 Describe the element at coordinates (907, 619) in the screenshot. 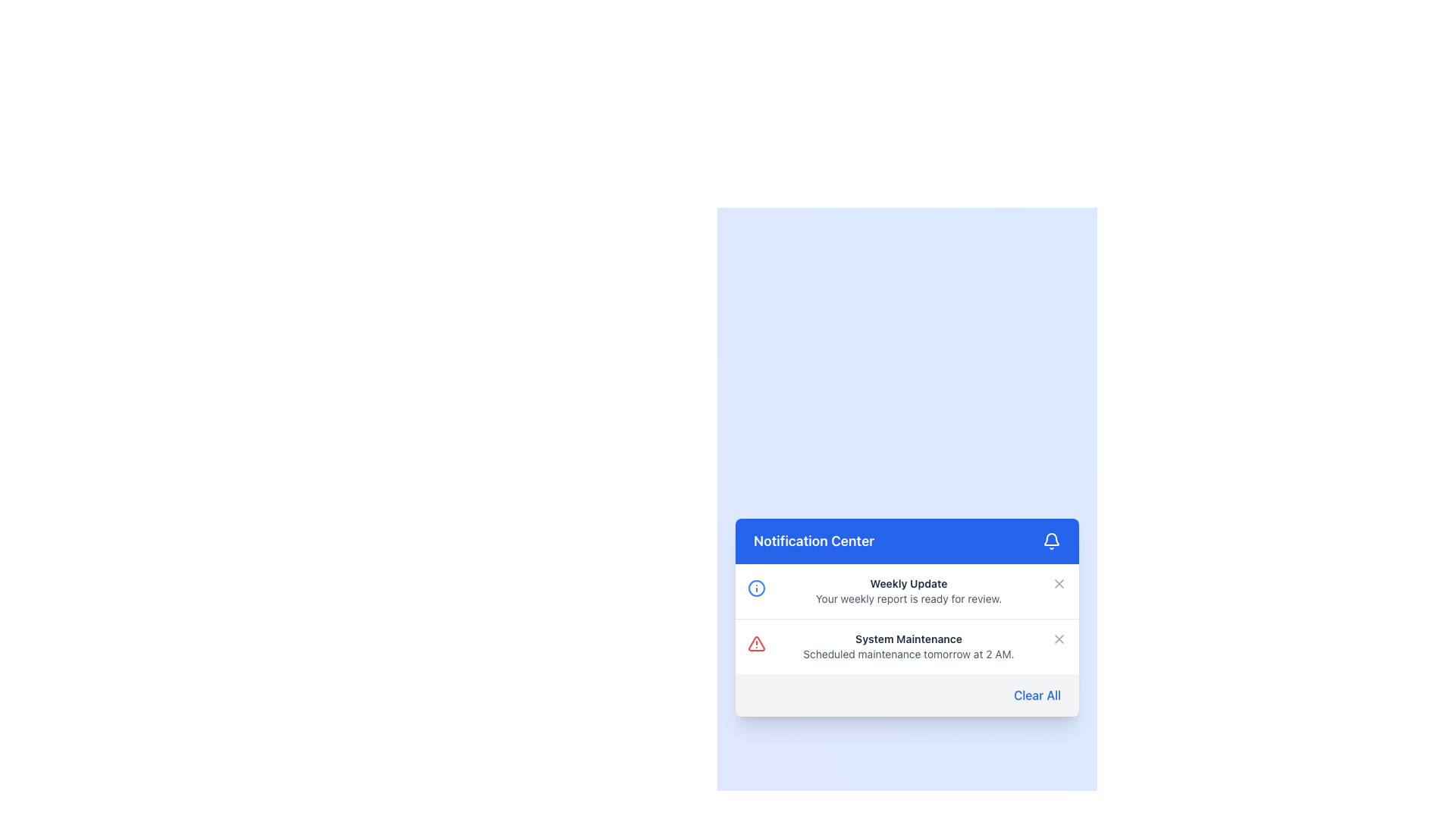

I see `the notification titled 'System Maintenance' within the 'Notification Center'` at that location.